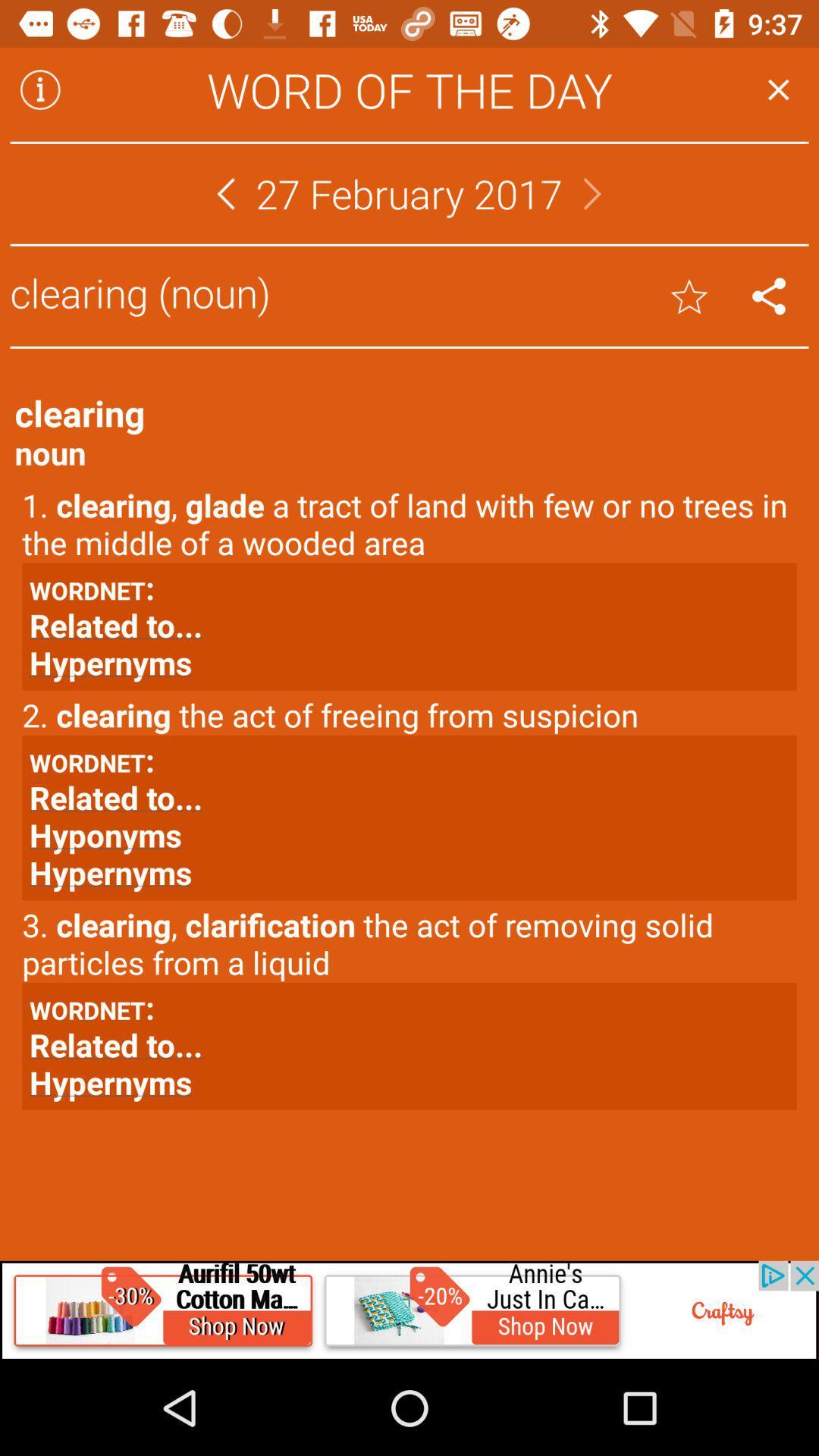 The image size is (819, 1456). Describe the element at coordinates (689, 296) in the screenshot. I see `added to favourites` at that location.